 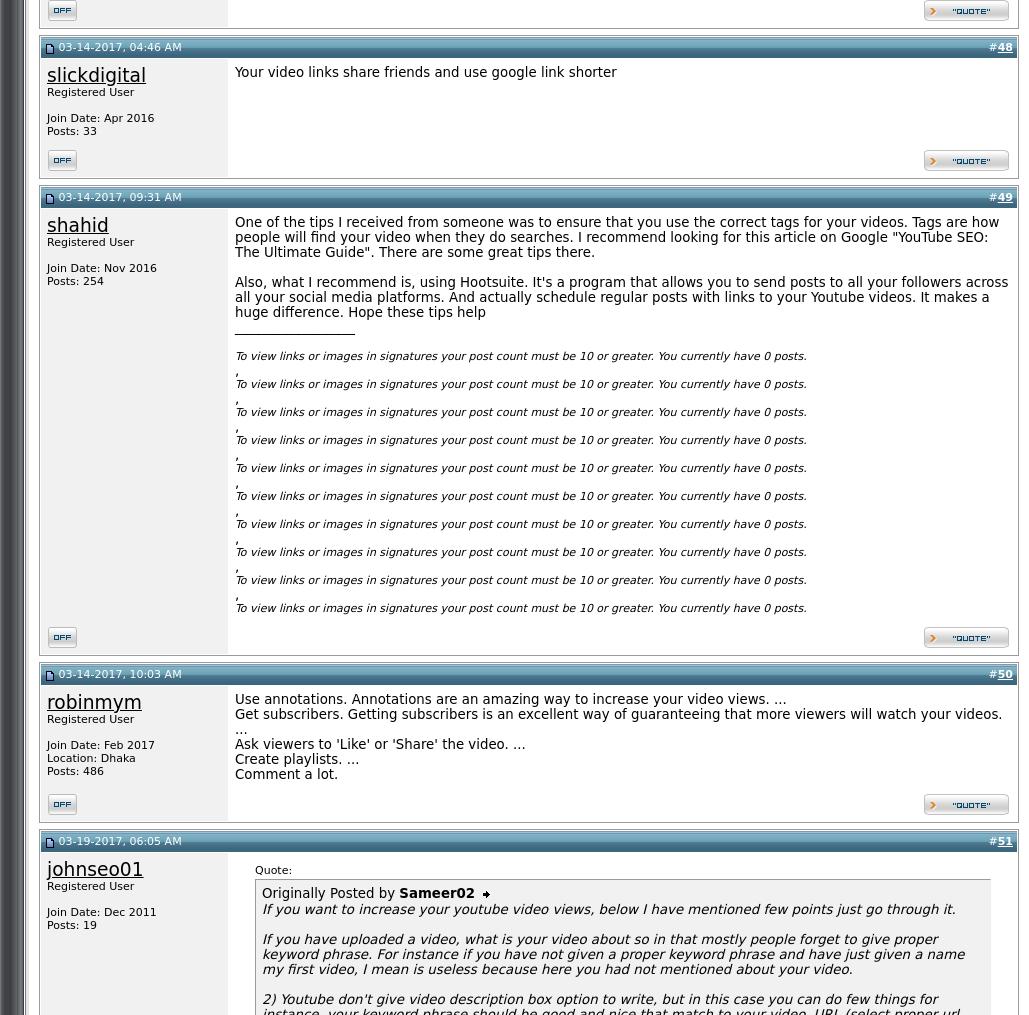 What do you see at coordinates (93, 869) in the screenshot?
I see `'johnseo01'` at bounding box center [93, 869].